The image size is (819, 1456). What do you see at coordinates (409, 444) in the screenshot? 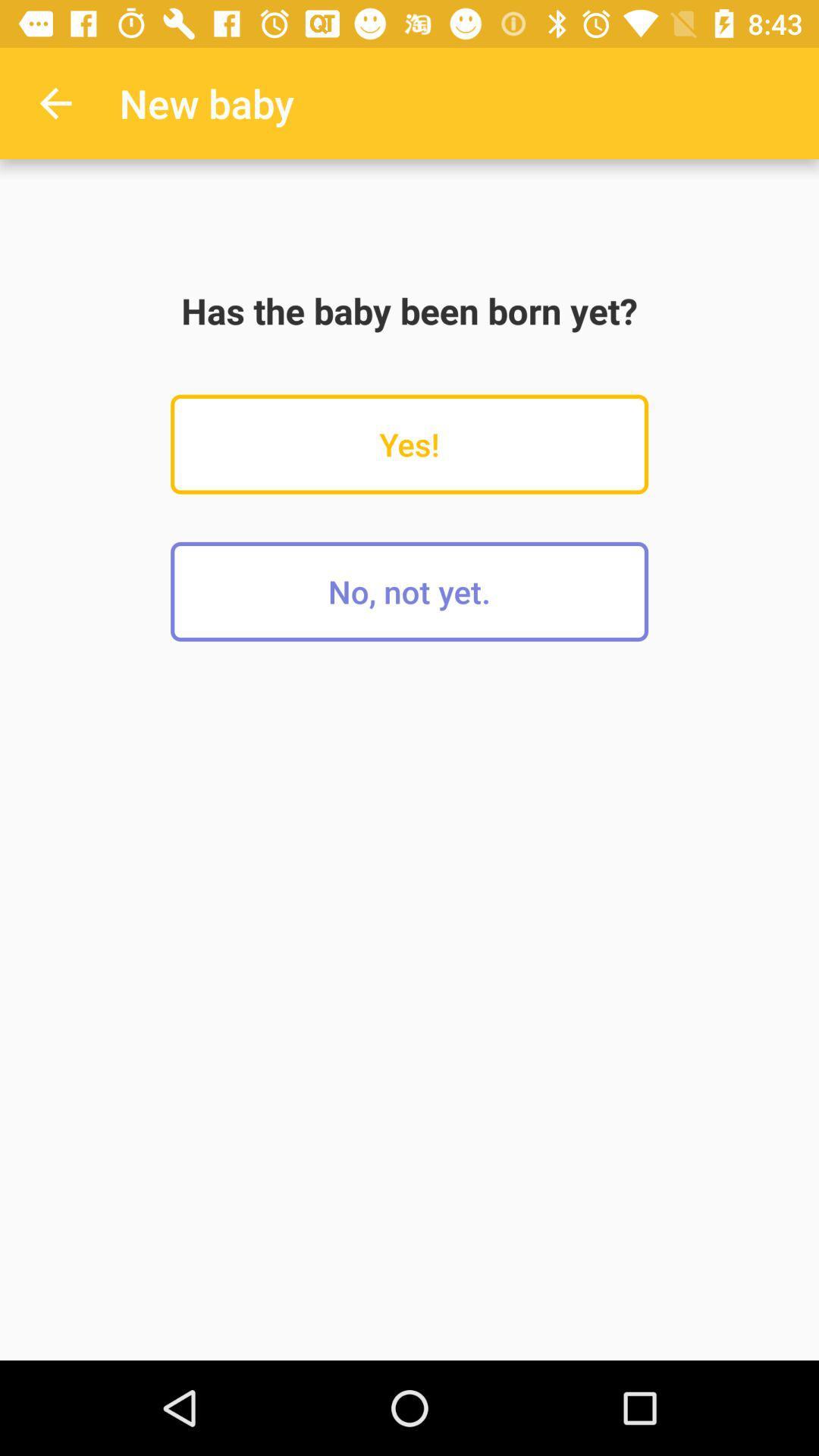
I see `the item above the no, not yet.` at bounding box center [409, 444].